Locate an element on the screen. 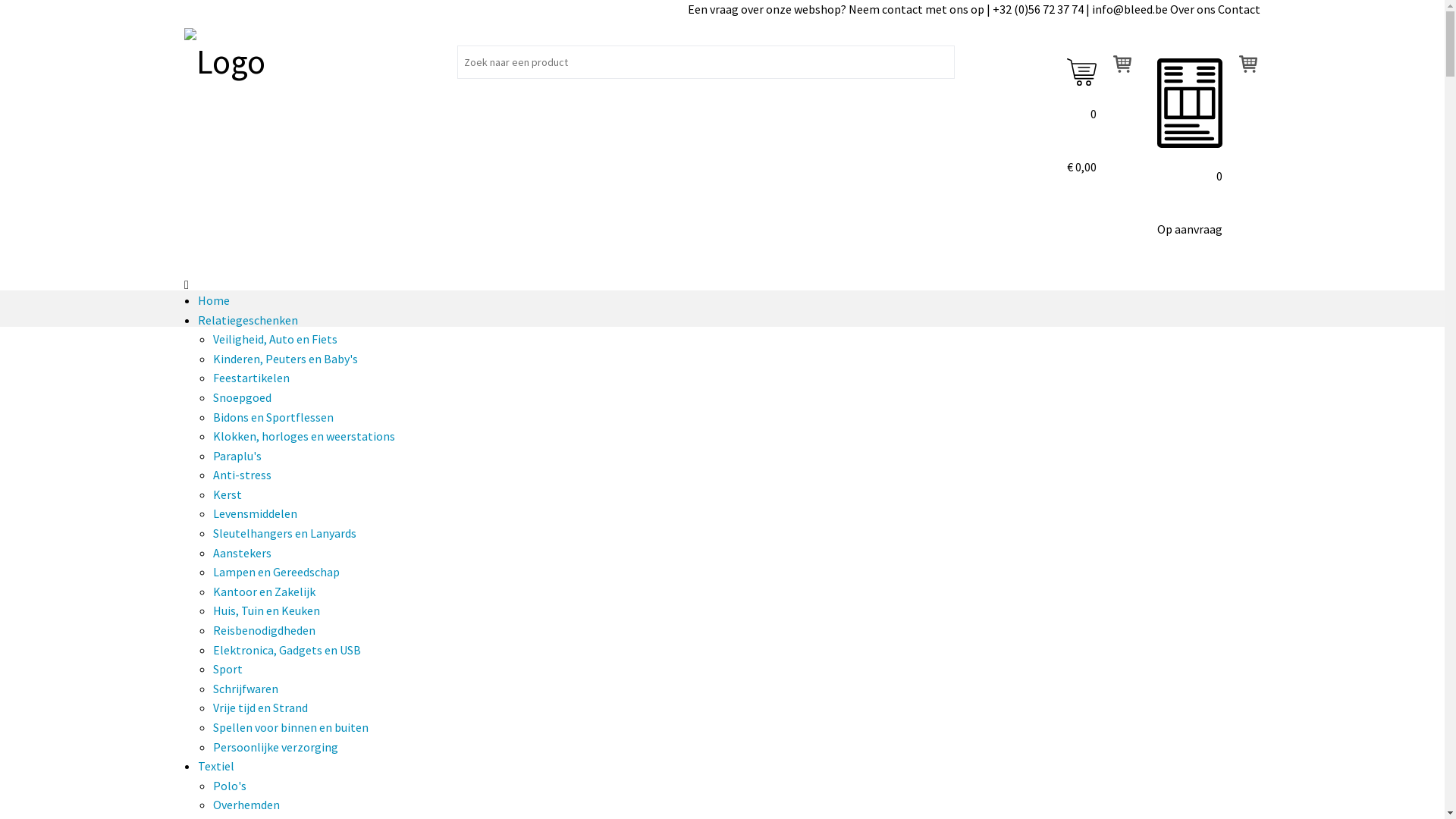  'Aanstekers' is located at coordinates (241, 553).